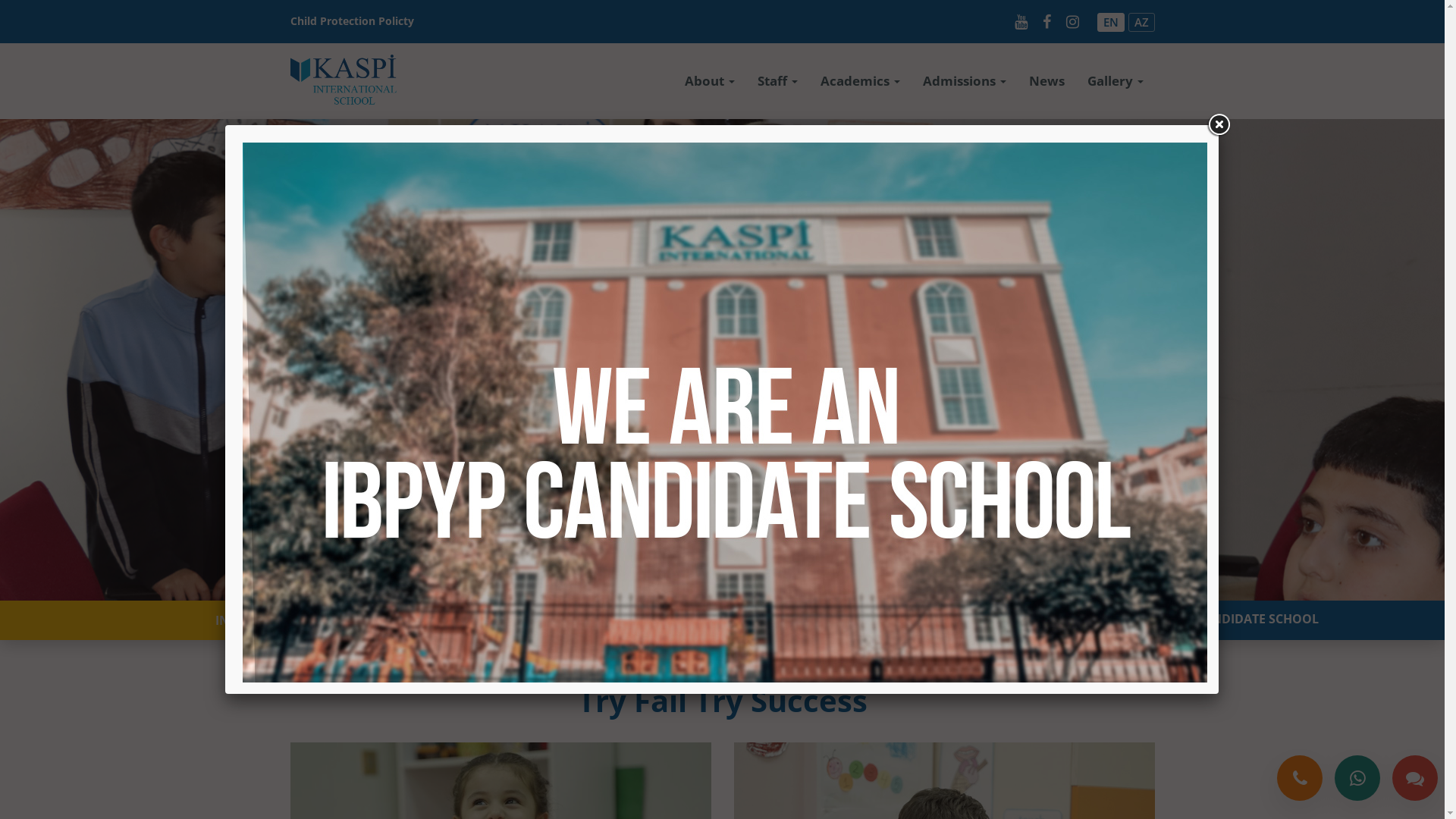  What do you see at coordinates (962, 619) in the screenshot?
I see `'WE ARE AN IBPYP CANDIDATE SCHOOL'` at bounding box center [962, 619].